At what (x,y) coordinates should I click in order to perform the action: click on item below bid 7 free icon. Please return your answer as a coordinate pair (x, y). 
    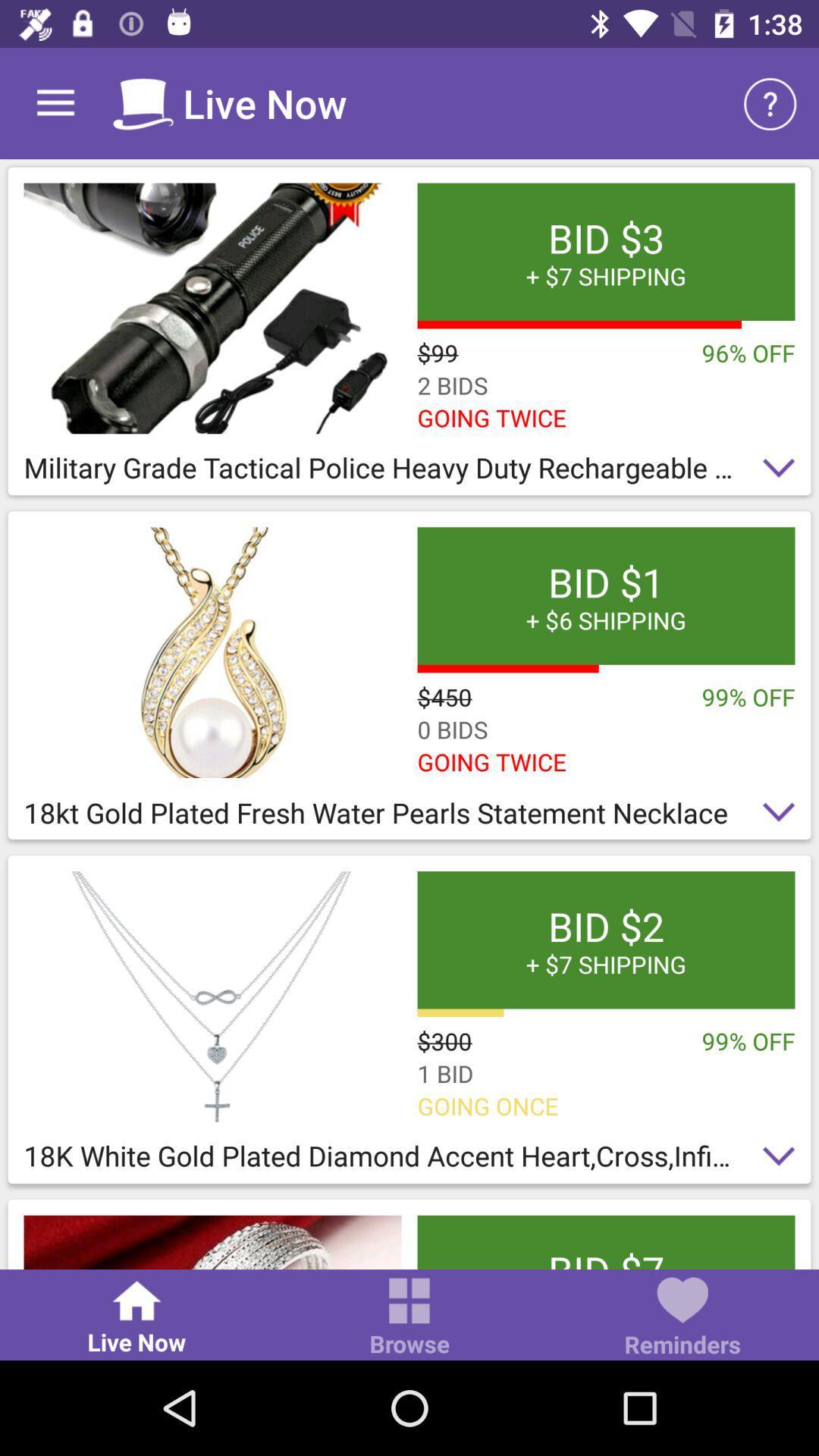
    Looking at the image, I should click on (681, 1318).